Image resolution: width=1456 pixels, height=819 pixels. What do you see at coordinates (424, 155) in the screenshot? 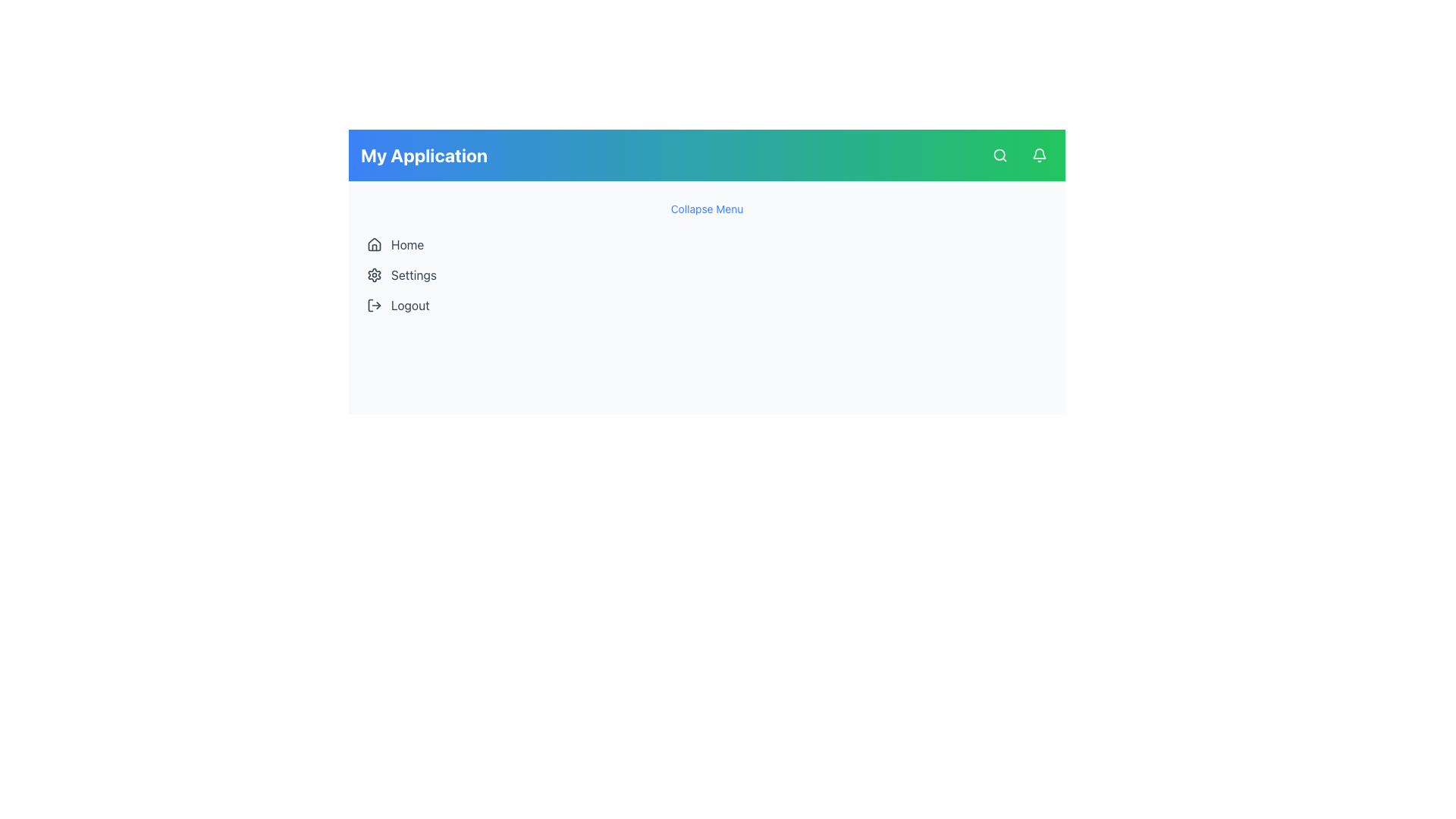
I see `the text label 'My Application', which is styled in bold, white, and large font, located prominently in the left side of the header bar with a gradient background` at bounding box center [424, 155].